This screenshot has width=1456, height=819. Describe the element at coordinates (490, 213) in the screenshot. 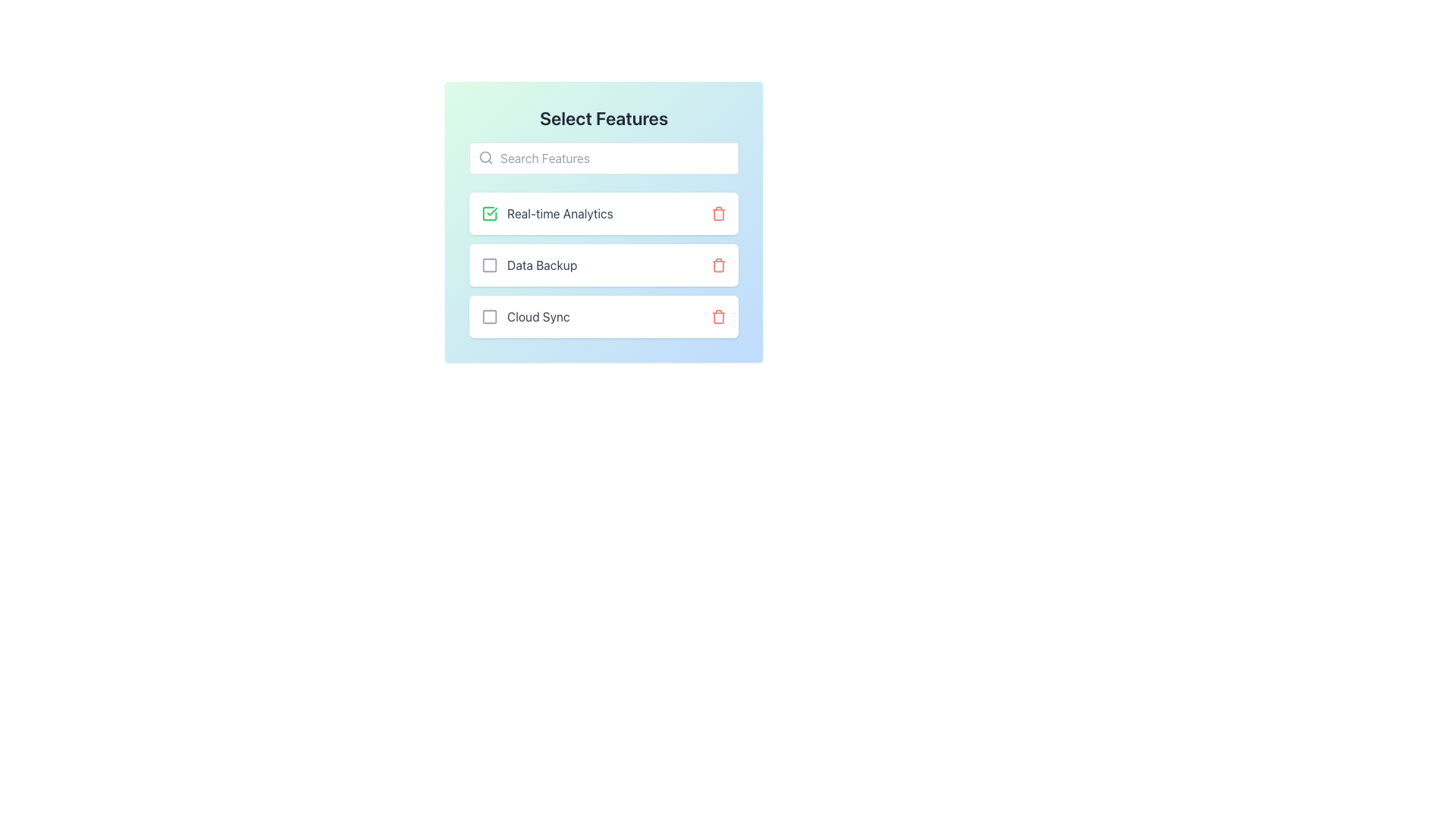

I see `the checkbox for 'Real-time Analytics'` at that location.